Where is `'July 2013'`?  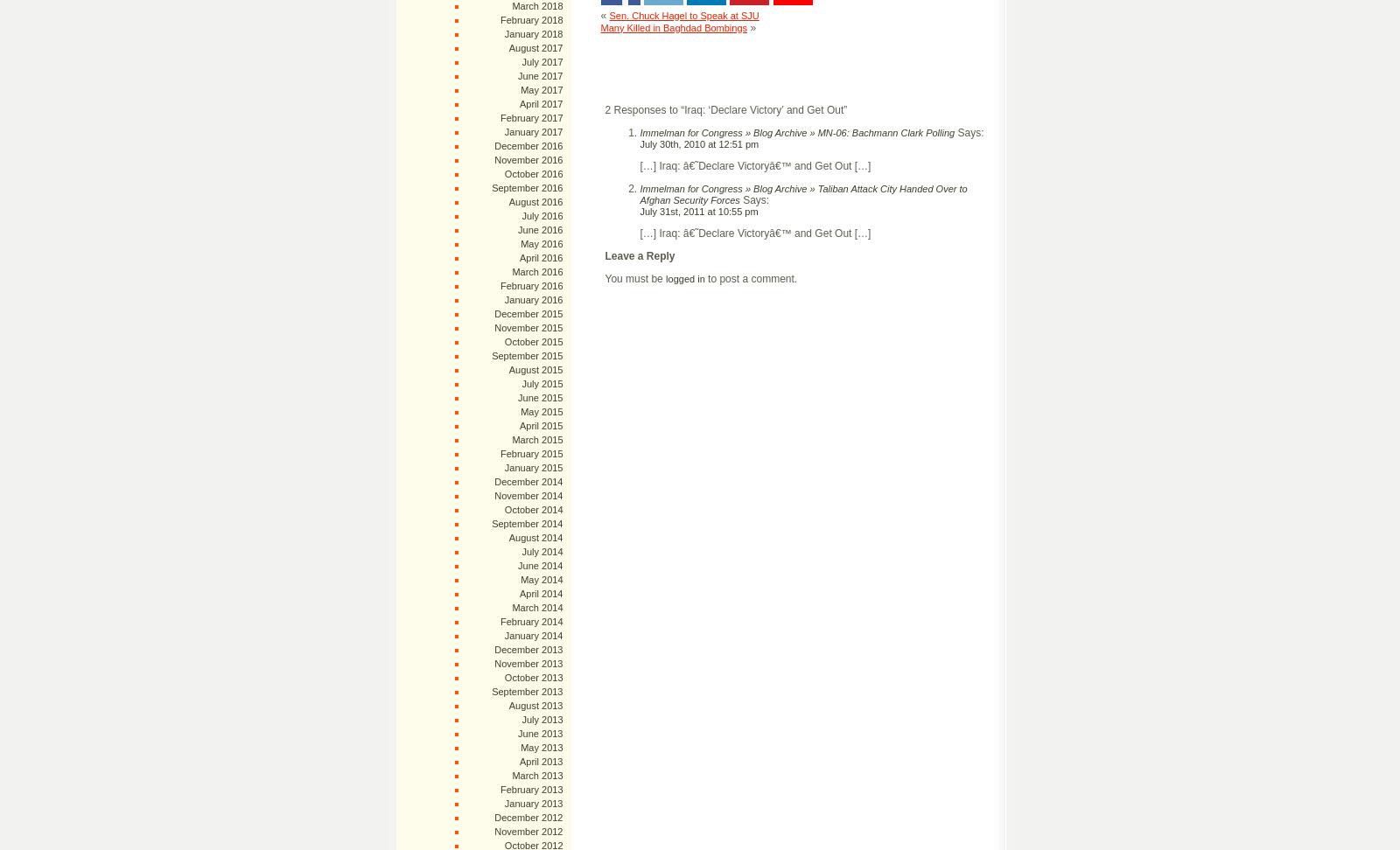
'July 2013' is located at coordinates (542, 718).